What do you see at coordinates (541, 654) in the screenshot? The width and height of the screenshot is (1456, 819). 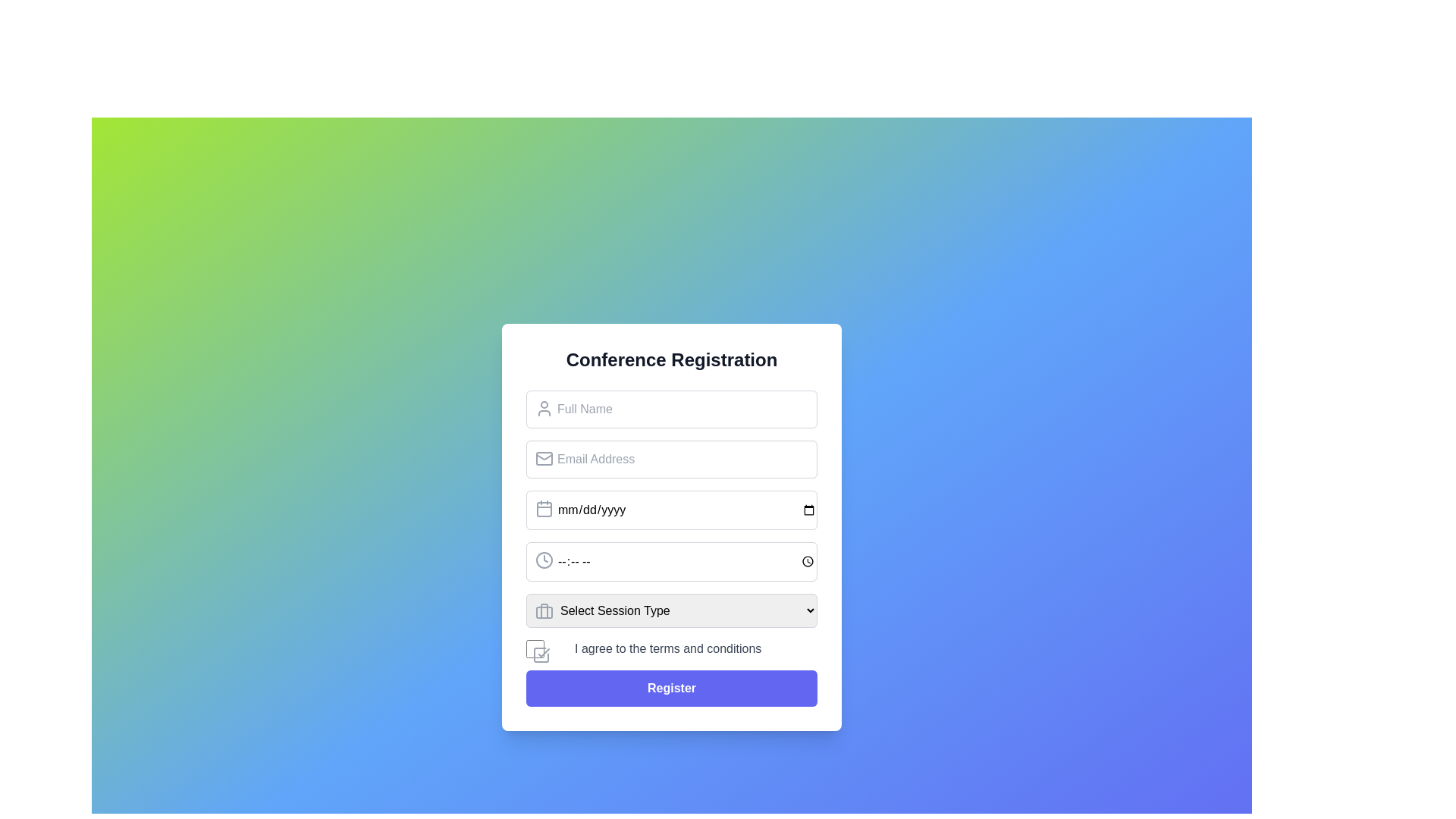 I see `the appearance of the checkbox SVG icon with a check mark located to the left of the text 'I agree to the terms and conditions.'` at bounding box center [541, 654].